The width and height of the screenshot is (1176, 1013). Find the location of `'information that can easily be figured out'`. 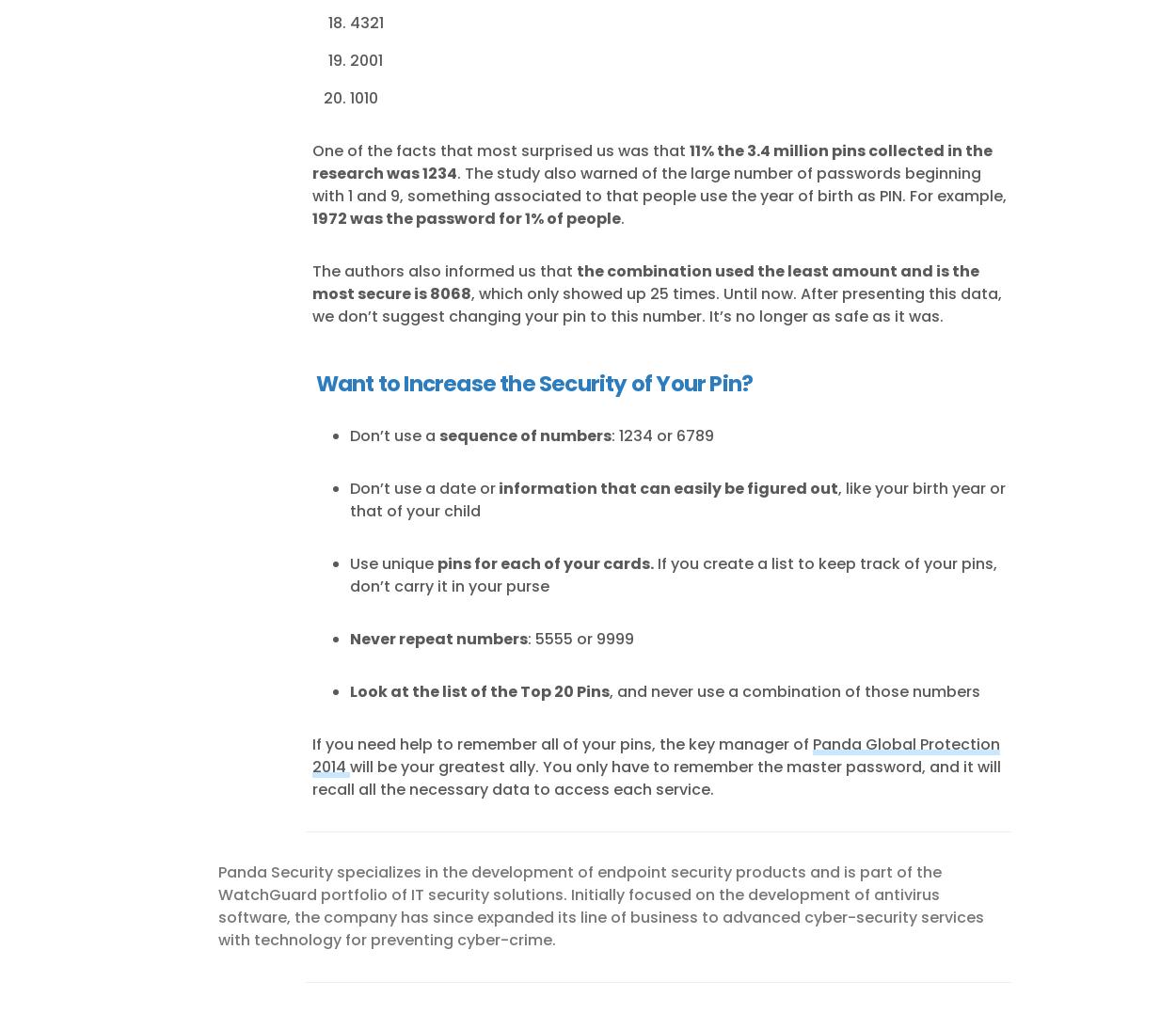

'information that can easily be figured out' is located at coordinates (665, 486).